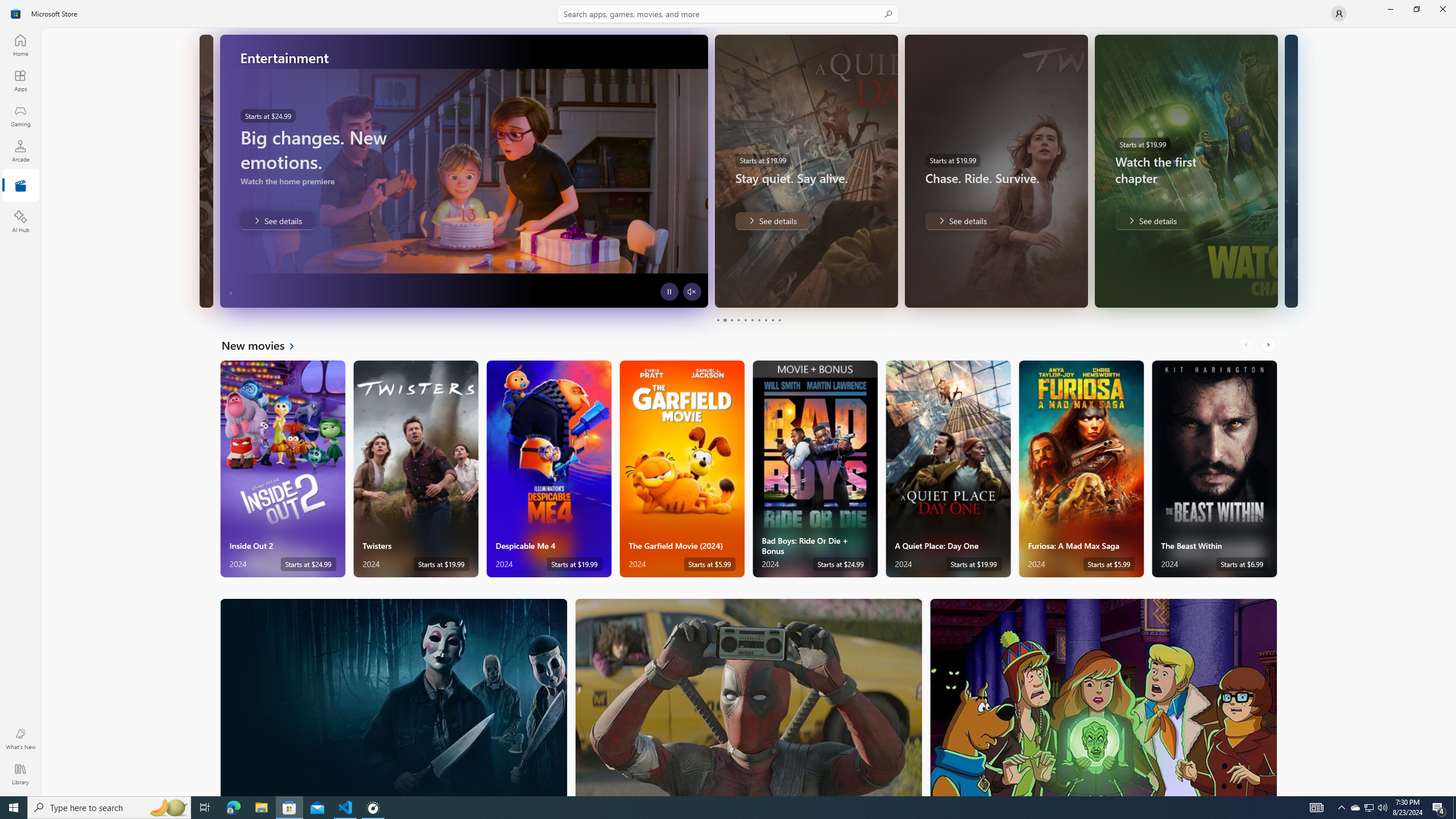 This screenshot has width=1456, height=819. What do you see at coordinates (765, 320) in the screenshot?
I see `'Page 8'` at bounding box center [765, 320].